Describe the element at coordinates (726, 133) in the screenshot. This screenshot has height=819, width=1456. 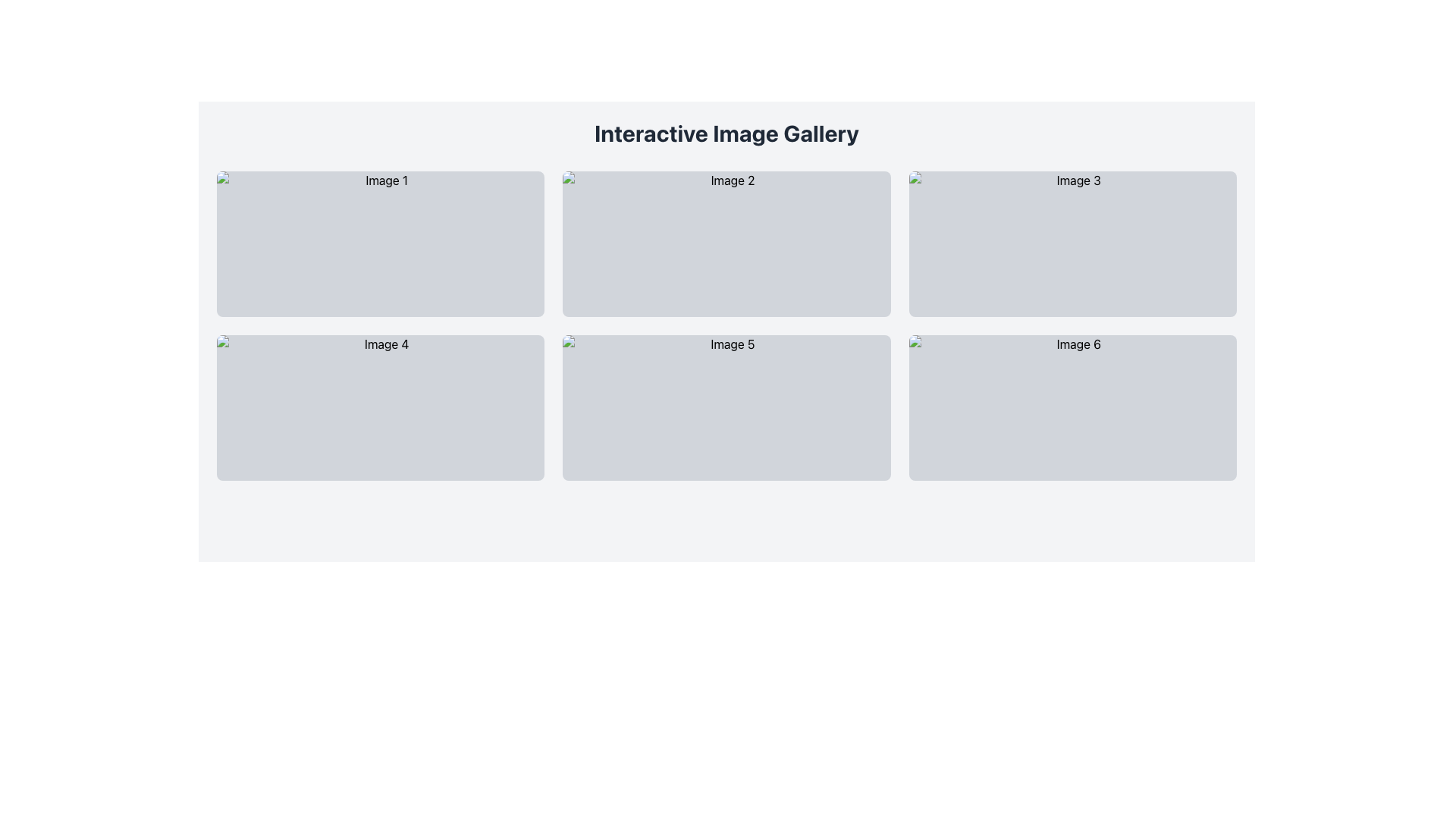
I see `title text 'Interactive Image Gallery' displayed in a bold and large font size at the top of the interface` at that location.